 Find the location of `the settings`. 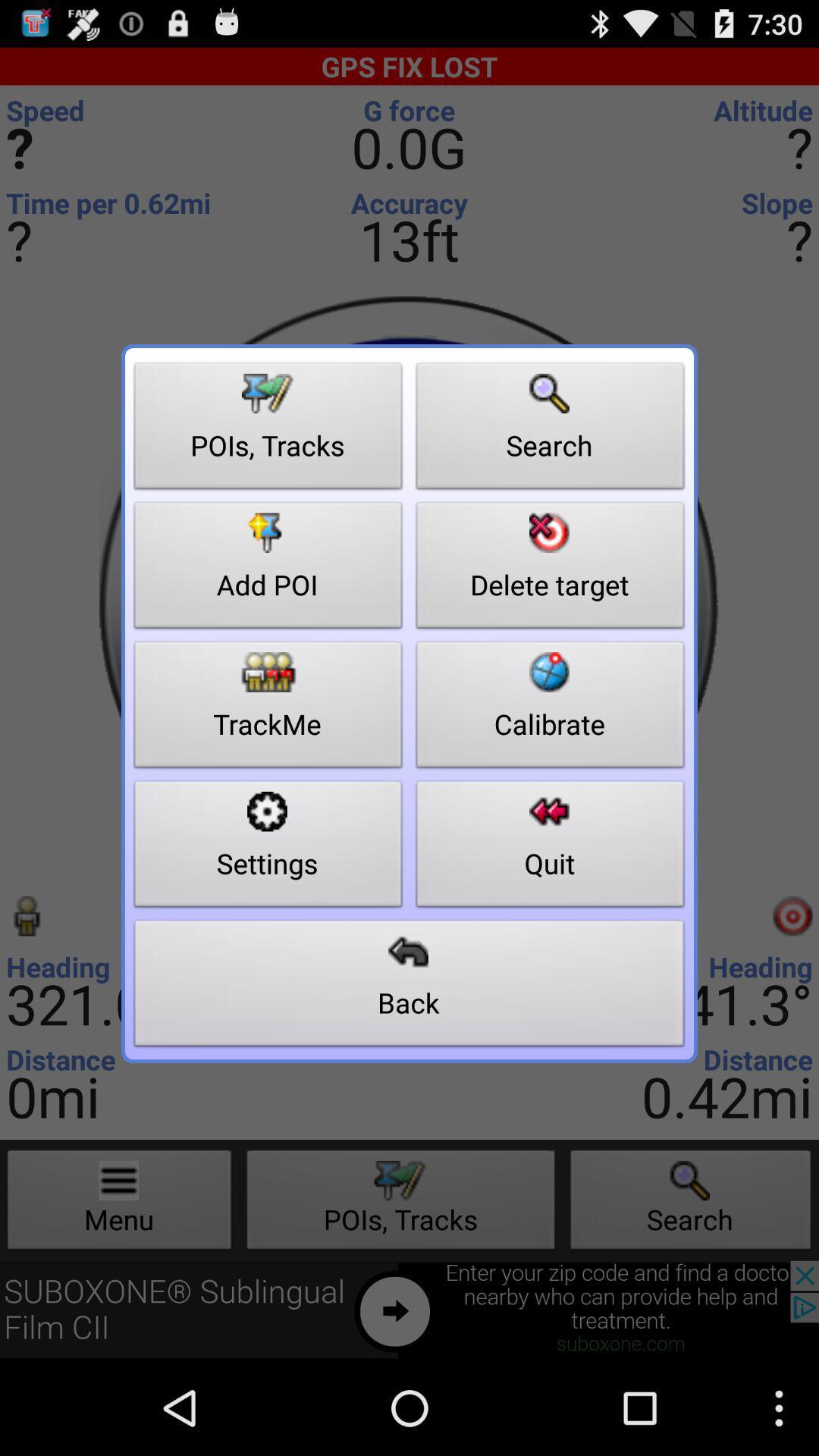

the settings is located at coordinates (268, 847).